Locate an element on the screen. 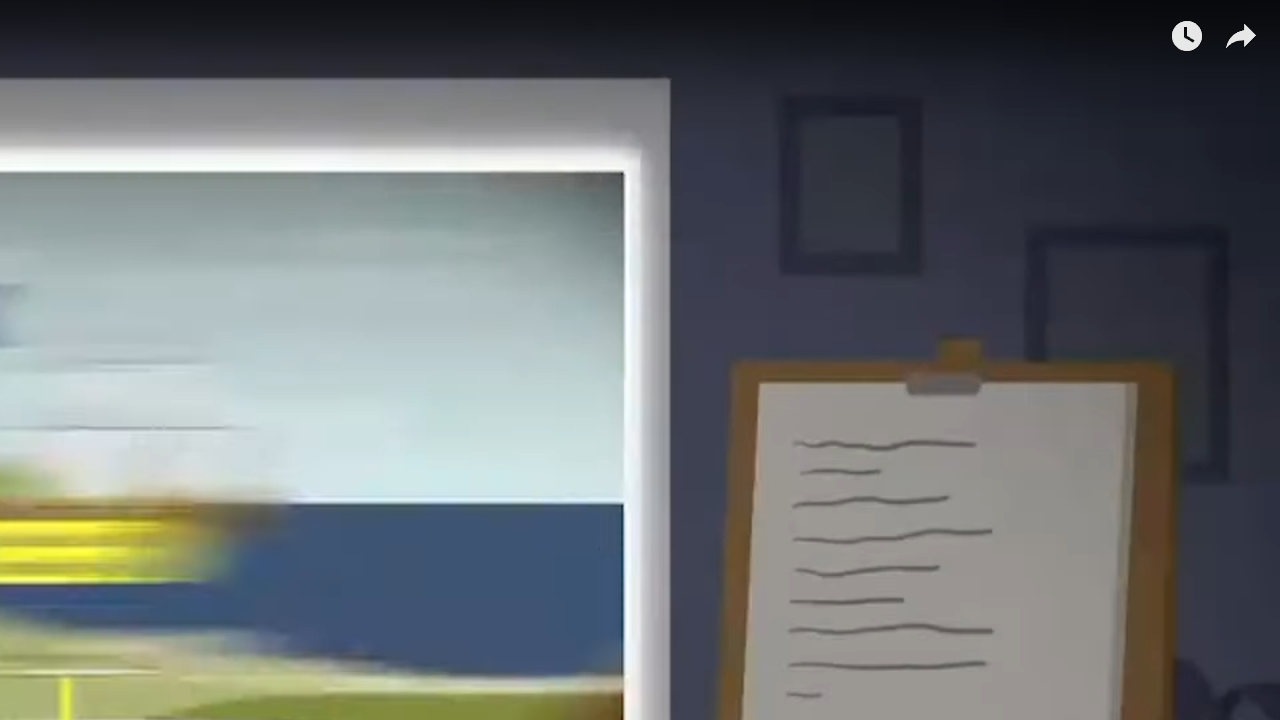 The width and height of the screenshot is (1280, 720). 'Share' is located at coordinates (1239, 31).